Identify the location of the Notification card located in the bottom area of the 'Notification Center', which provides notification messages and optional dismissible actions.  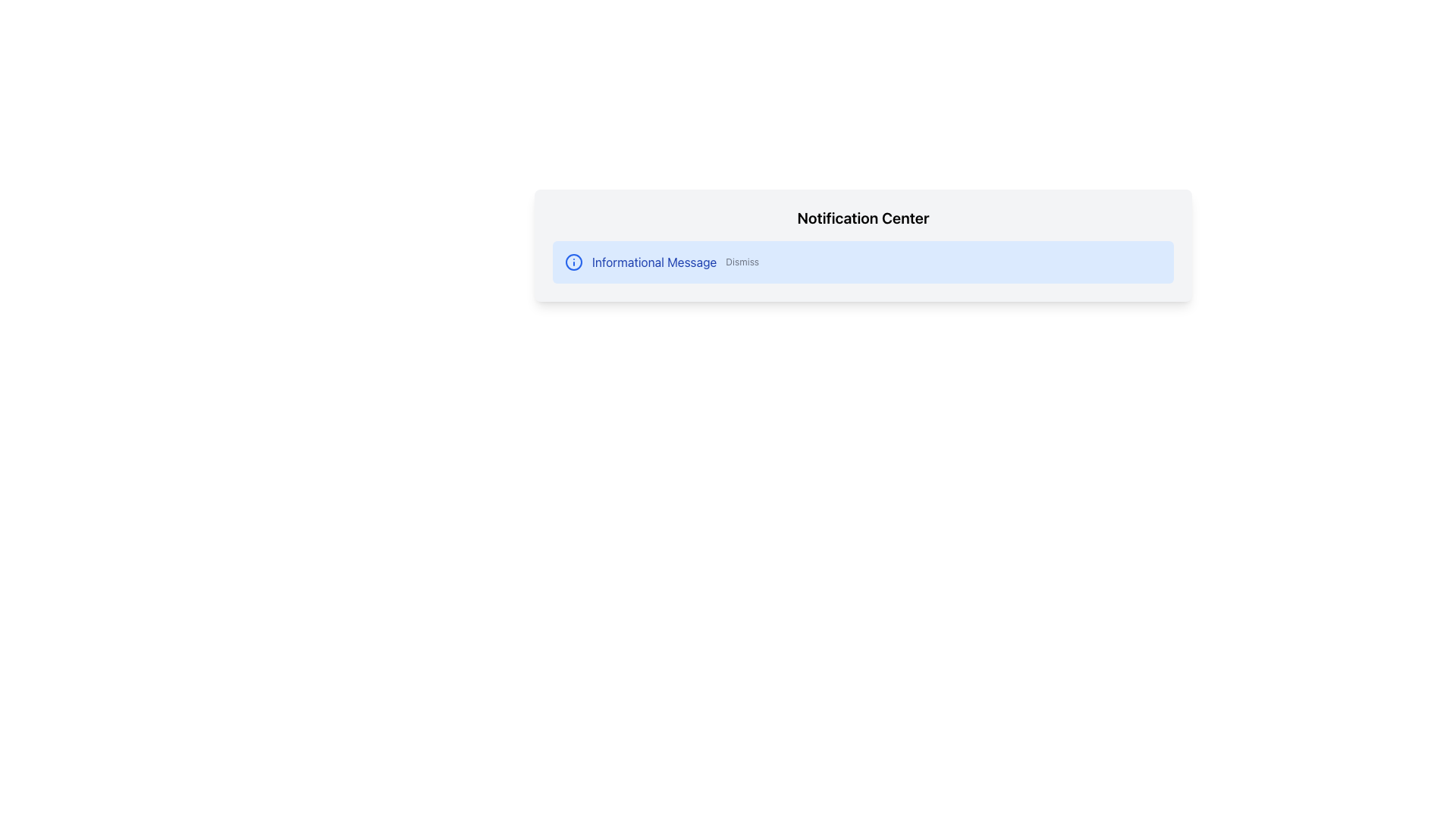
(863, 262).